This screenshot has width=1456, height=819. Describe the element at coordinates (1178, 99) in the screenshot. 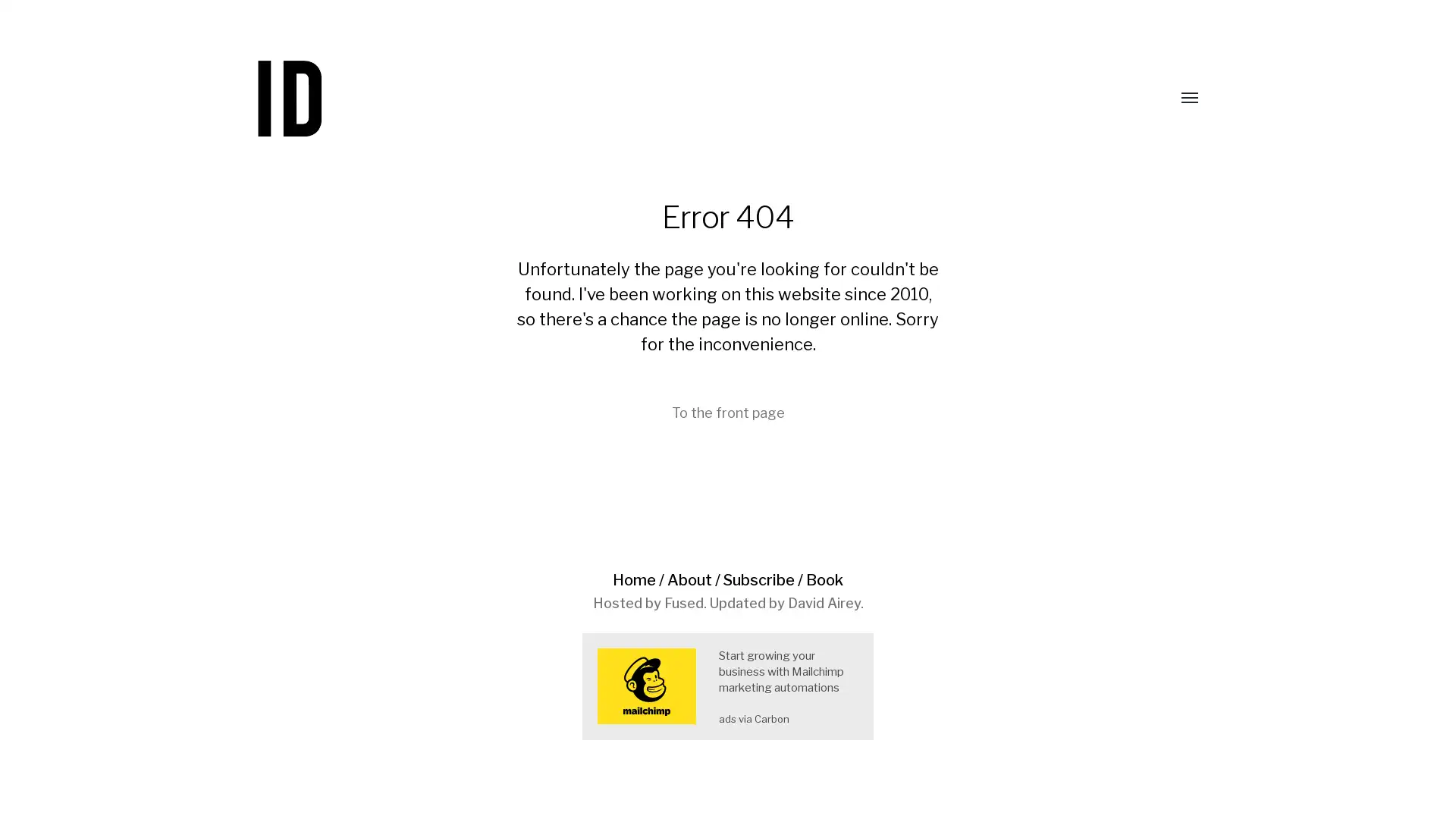

I see `Toggle menu` at that location.